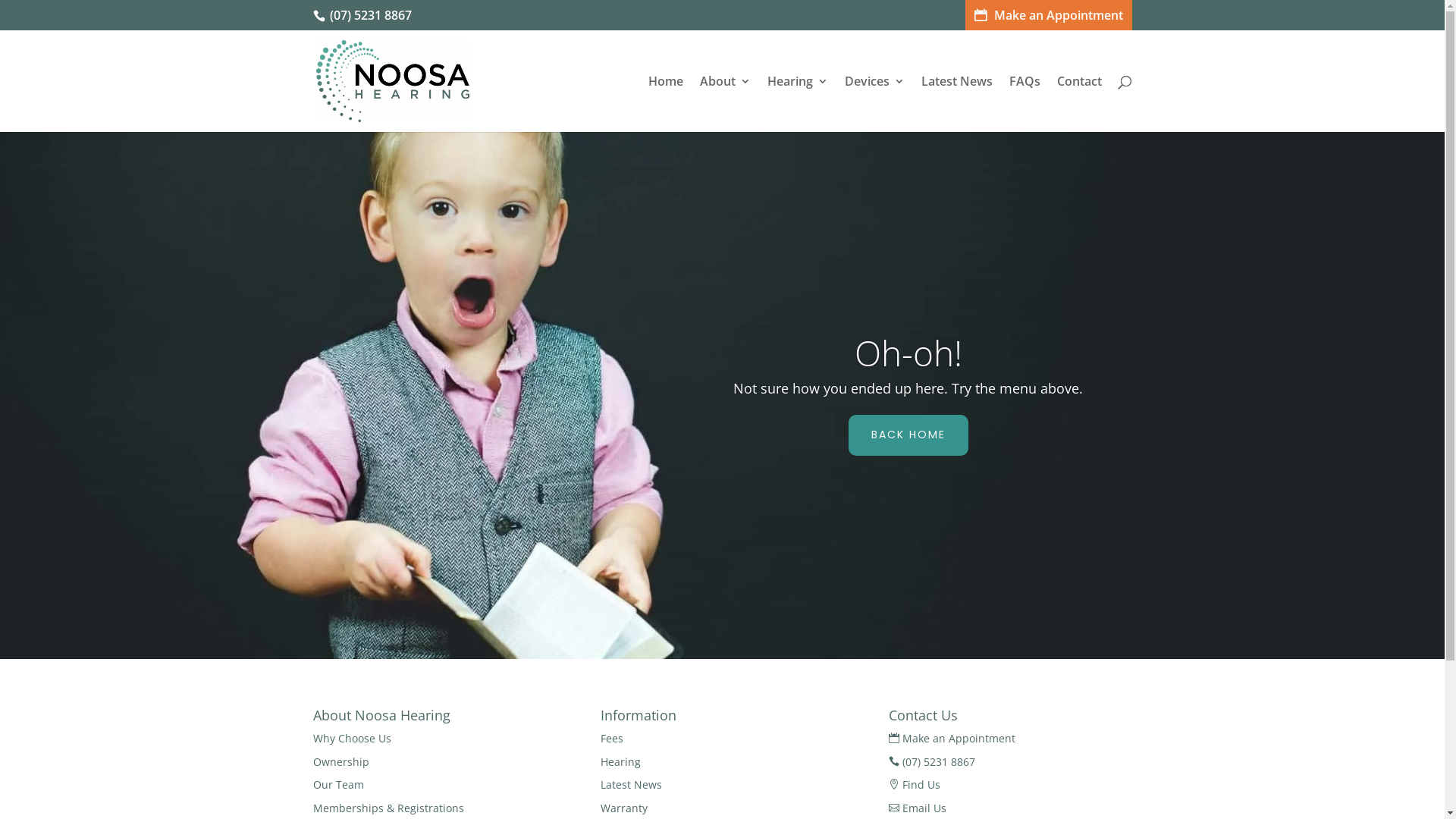  What do you see at coordinates (855, 353) in the screenshot?
I see `'Oh-oh!'` at bounding box center [855, 353].